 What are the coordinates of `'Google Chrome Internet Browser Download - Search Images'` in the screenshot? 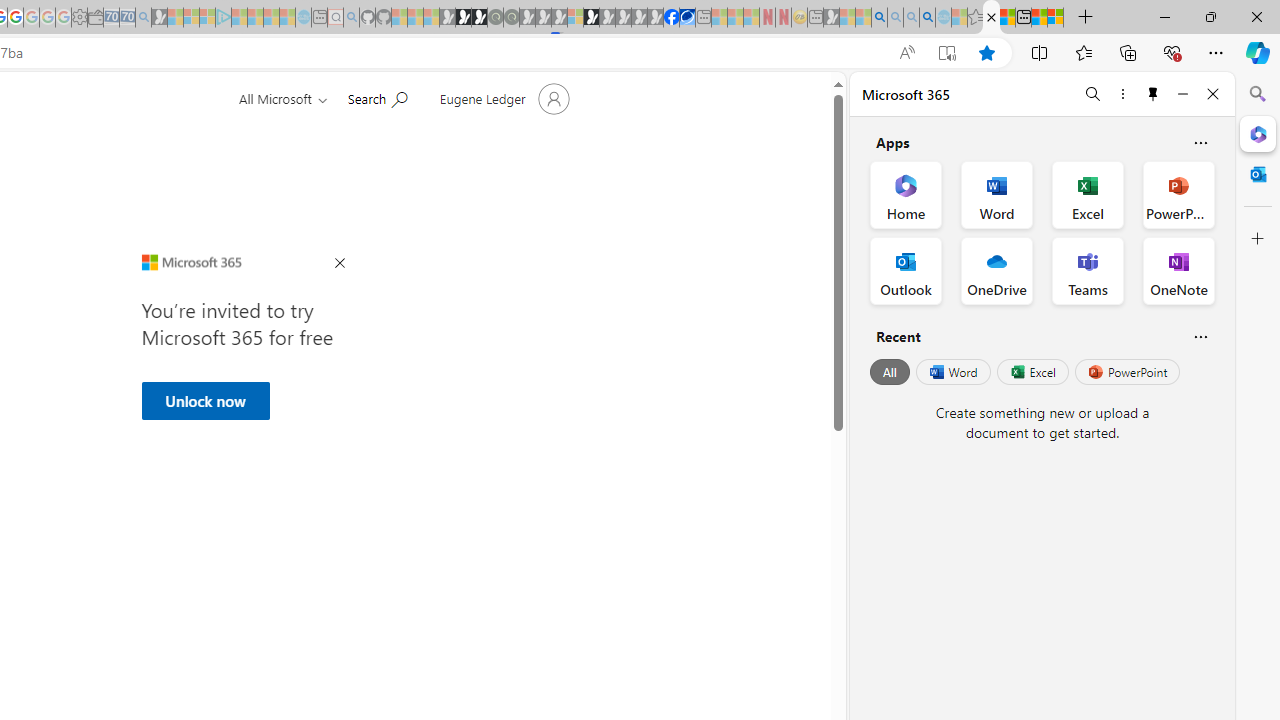 It's located at (927, 17).